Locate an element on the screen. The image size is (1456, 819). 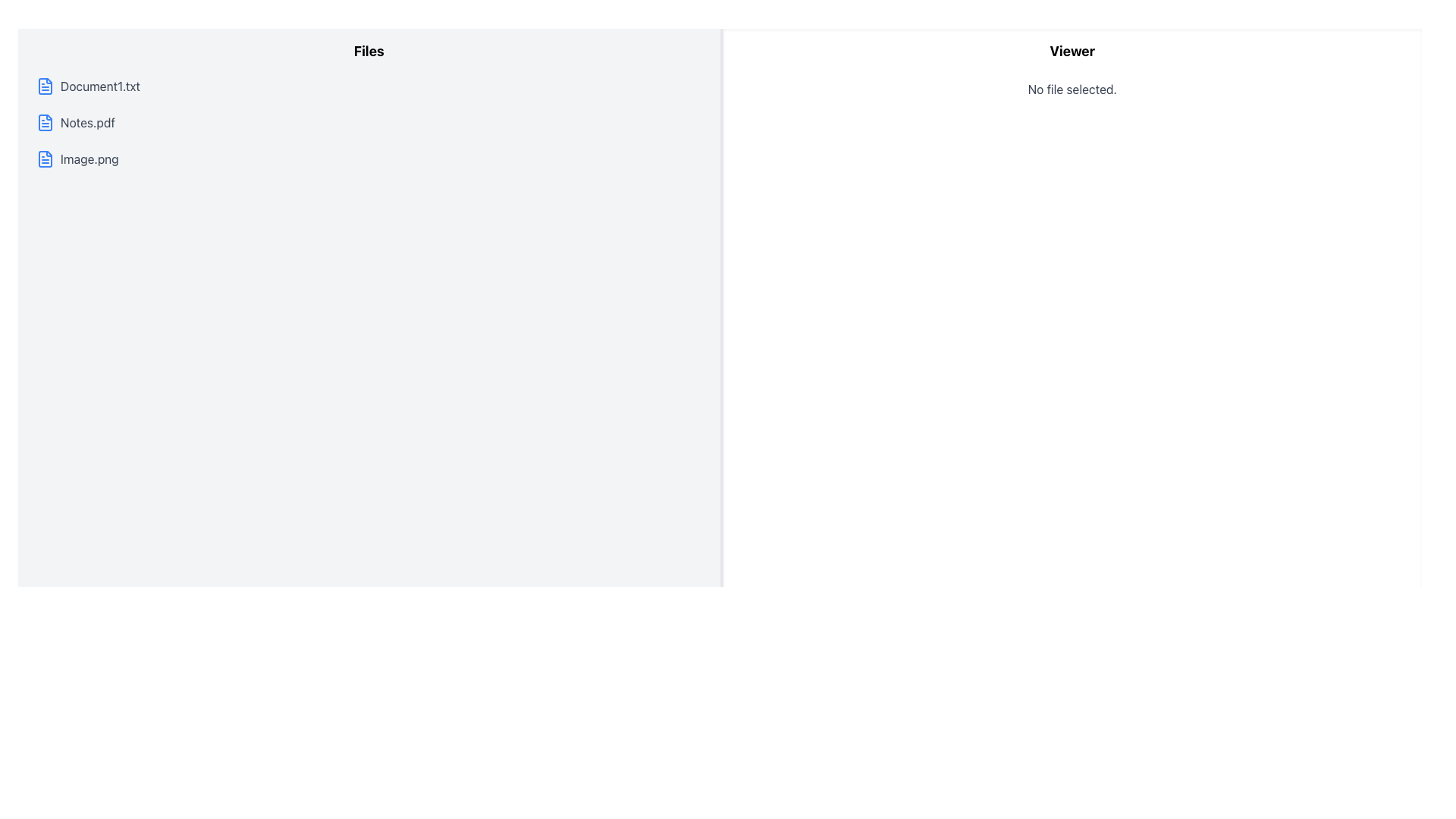
the PDF file icon representing 'Notes.pdf' located in the left-hand list of files is located at coordinates (45, 122).